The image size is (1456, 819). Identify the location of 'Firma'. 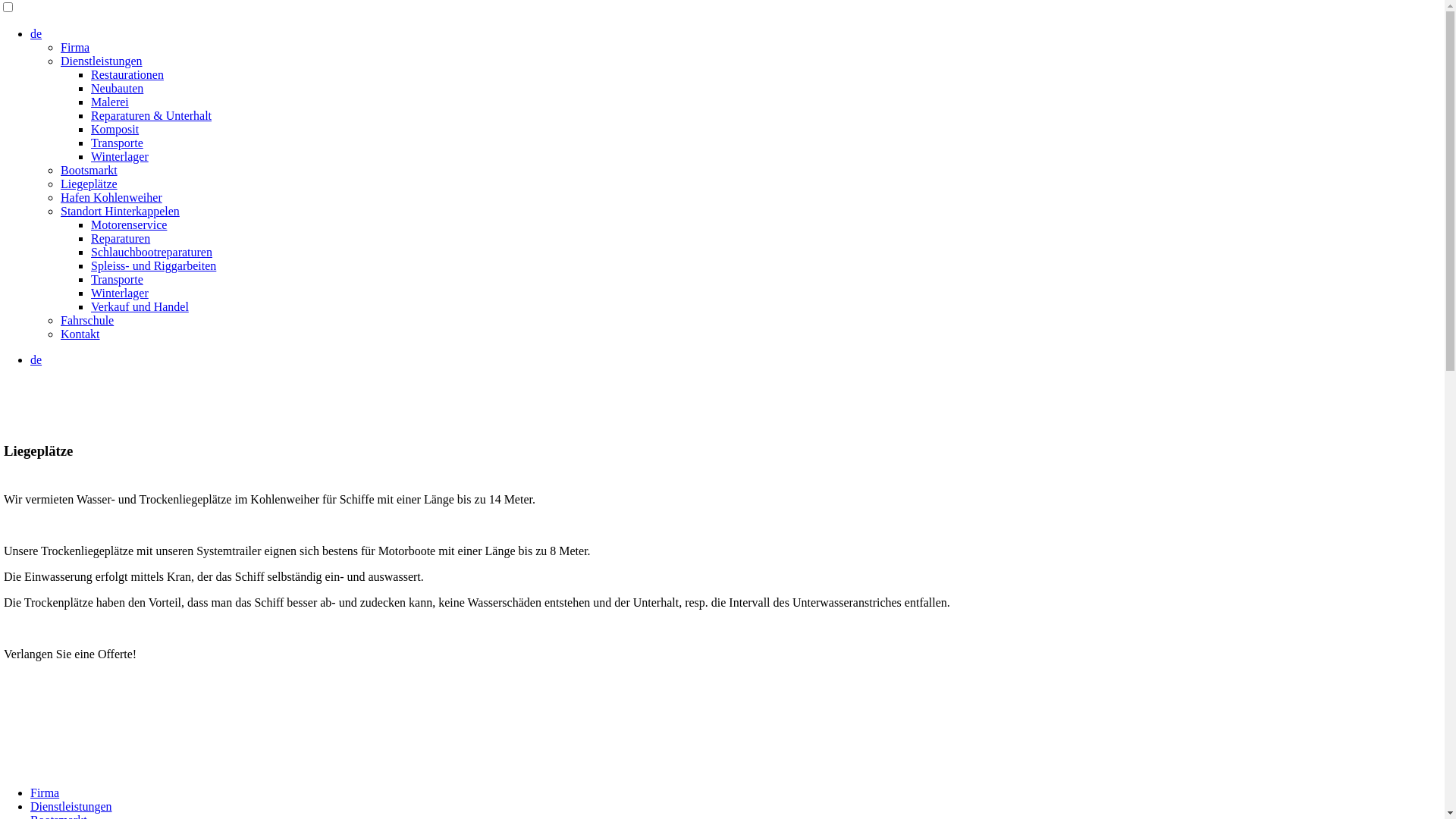
(44, 792).